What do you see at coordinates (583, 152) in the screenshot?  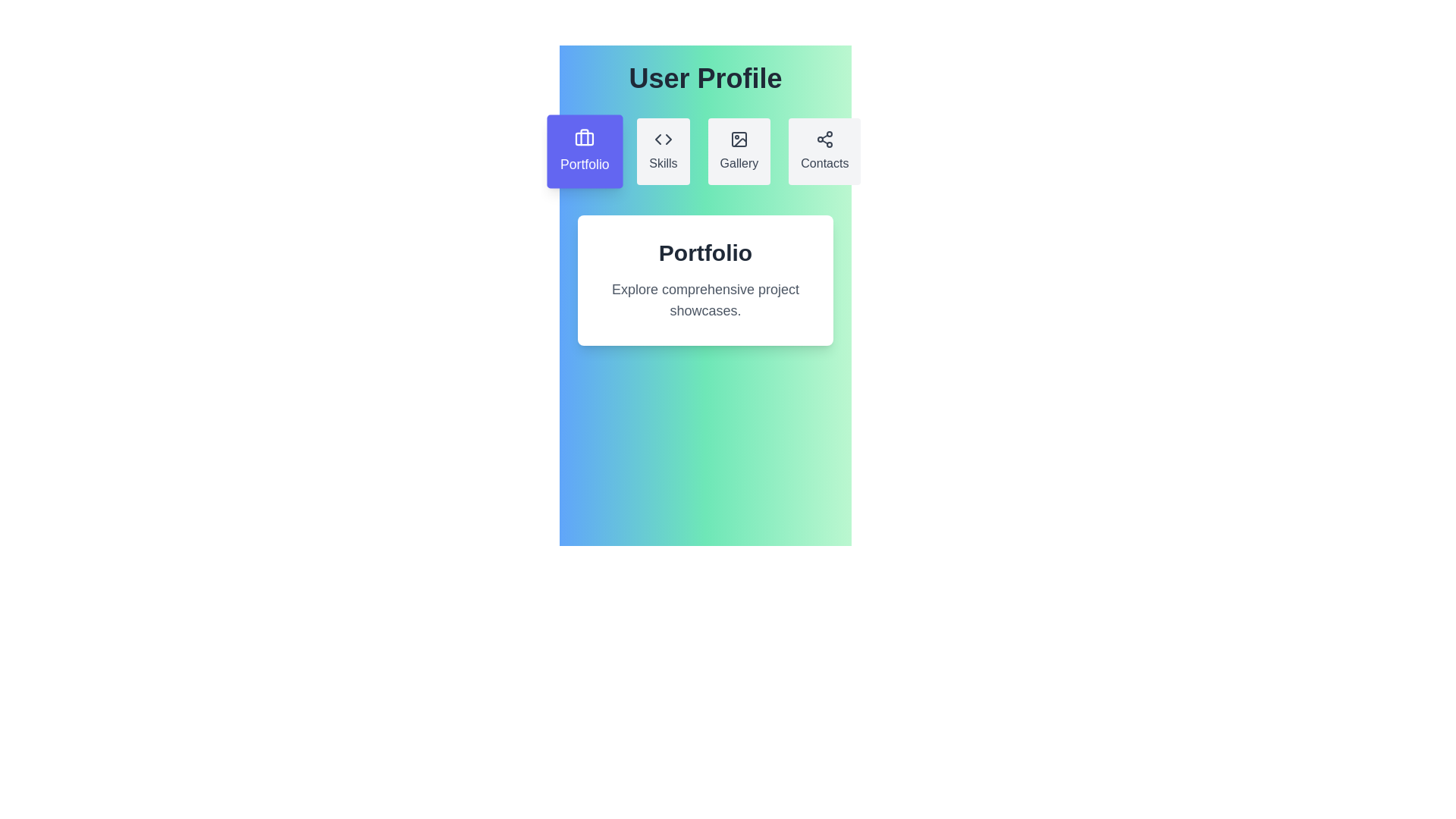 I see `the tab labeled Portfolio to see its hover effect` at bounding box center [583, 152].